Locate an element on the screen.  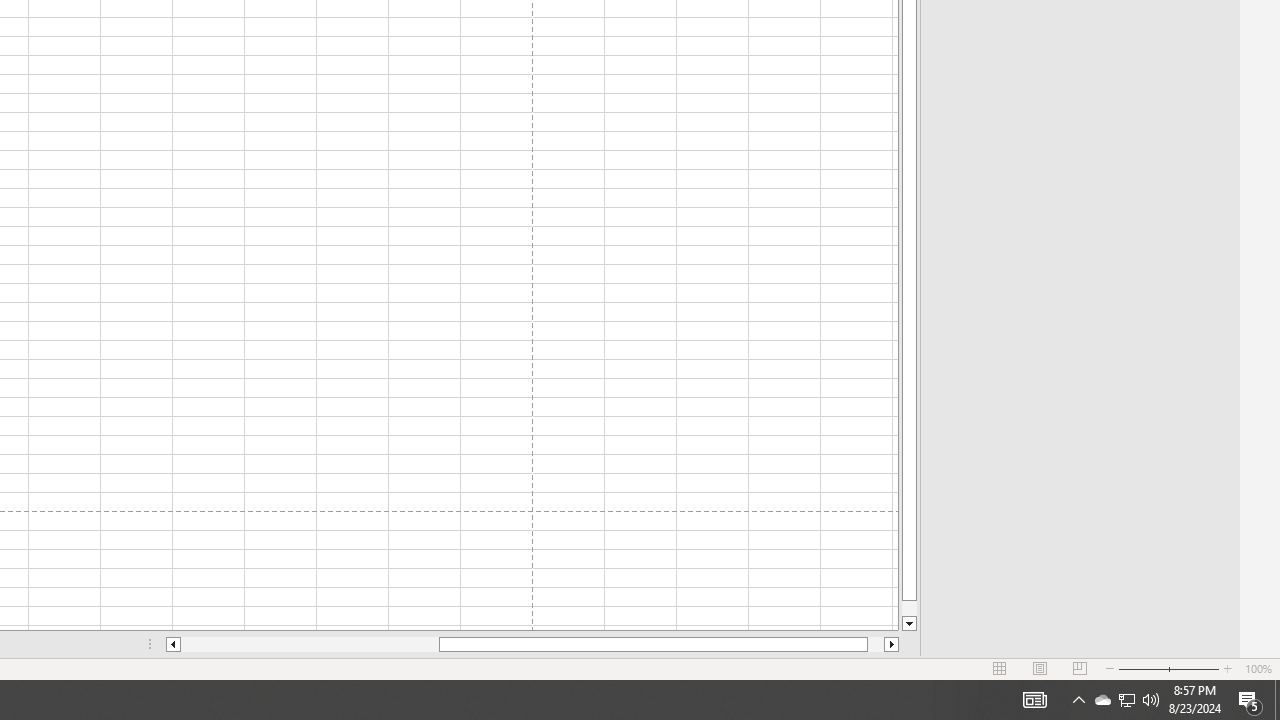
'Page Layout' is located at coordinates (1040, 669).